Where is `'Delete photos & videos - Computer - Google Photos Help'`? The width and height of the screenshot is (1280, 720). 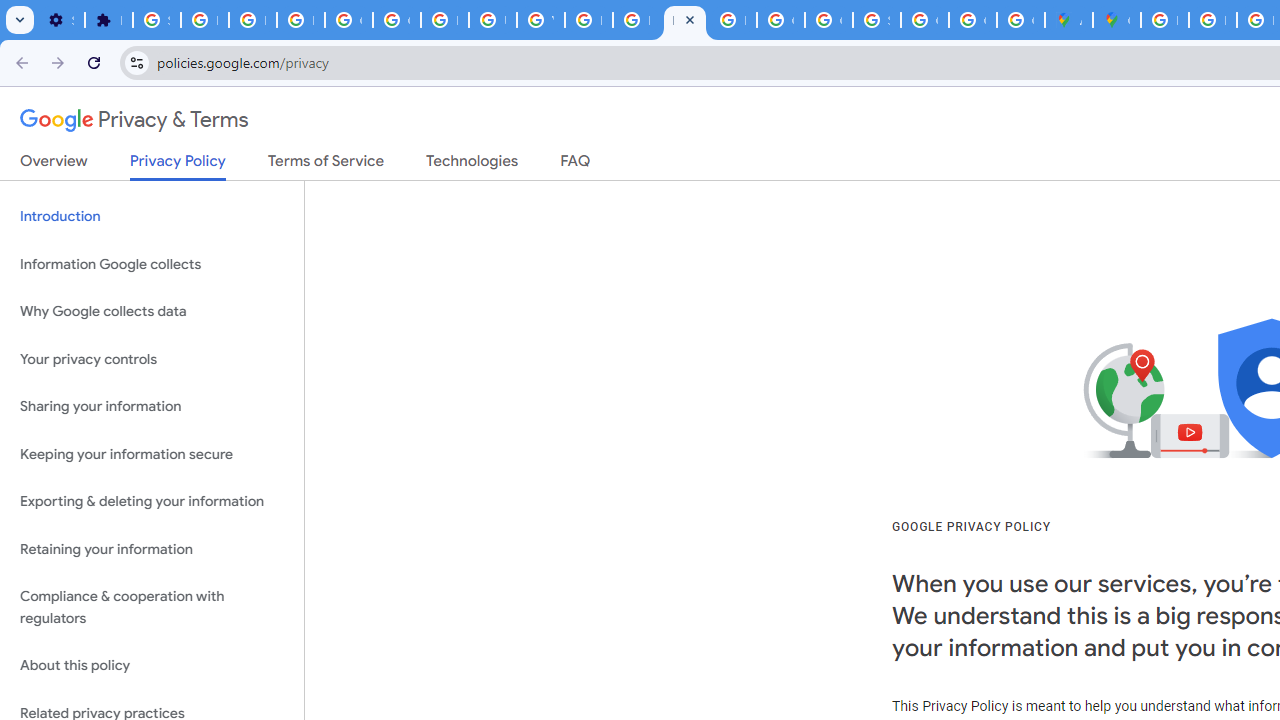
'Delete photos & videos - Computer - Google Photos Help' is located at coordinates (204, 20).